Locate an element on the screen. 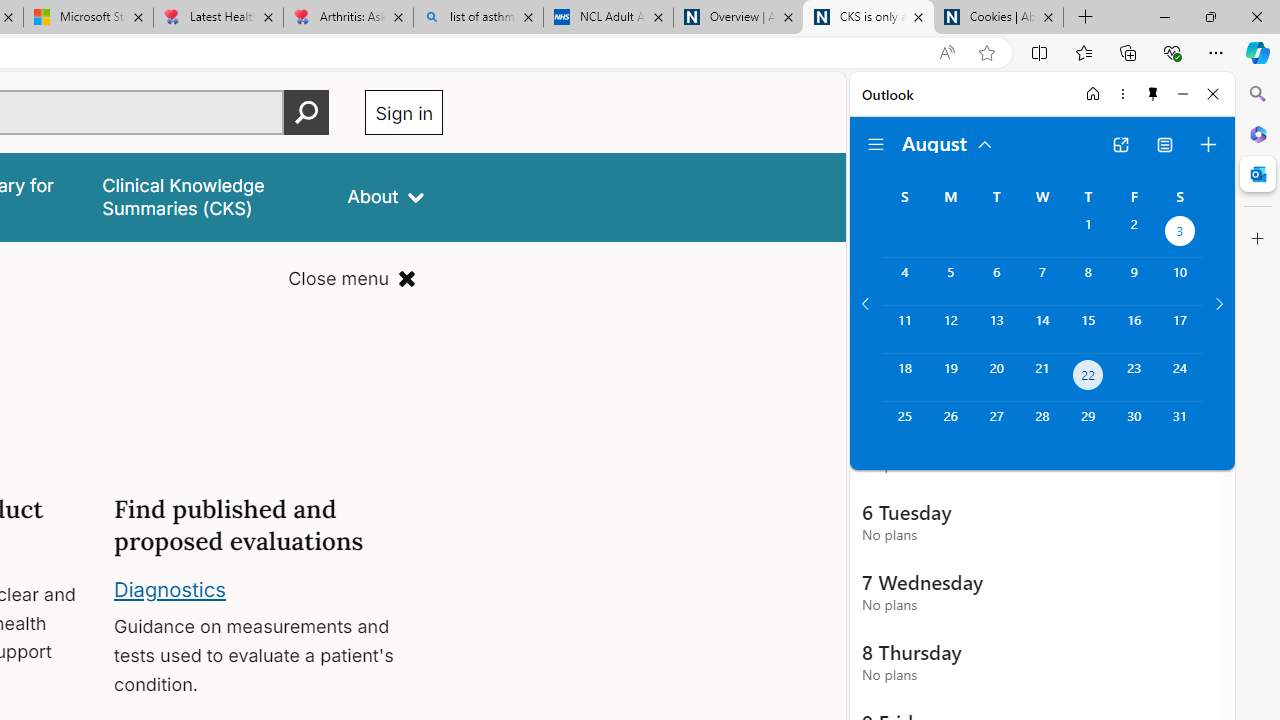 The height and width of the screenshot is (720, 1280). 'Thursday, August 22, 2024. Today. ' is located at coordinates (1087, 377).